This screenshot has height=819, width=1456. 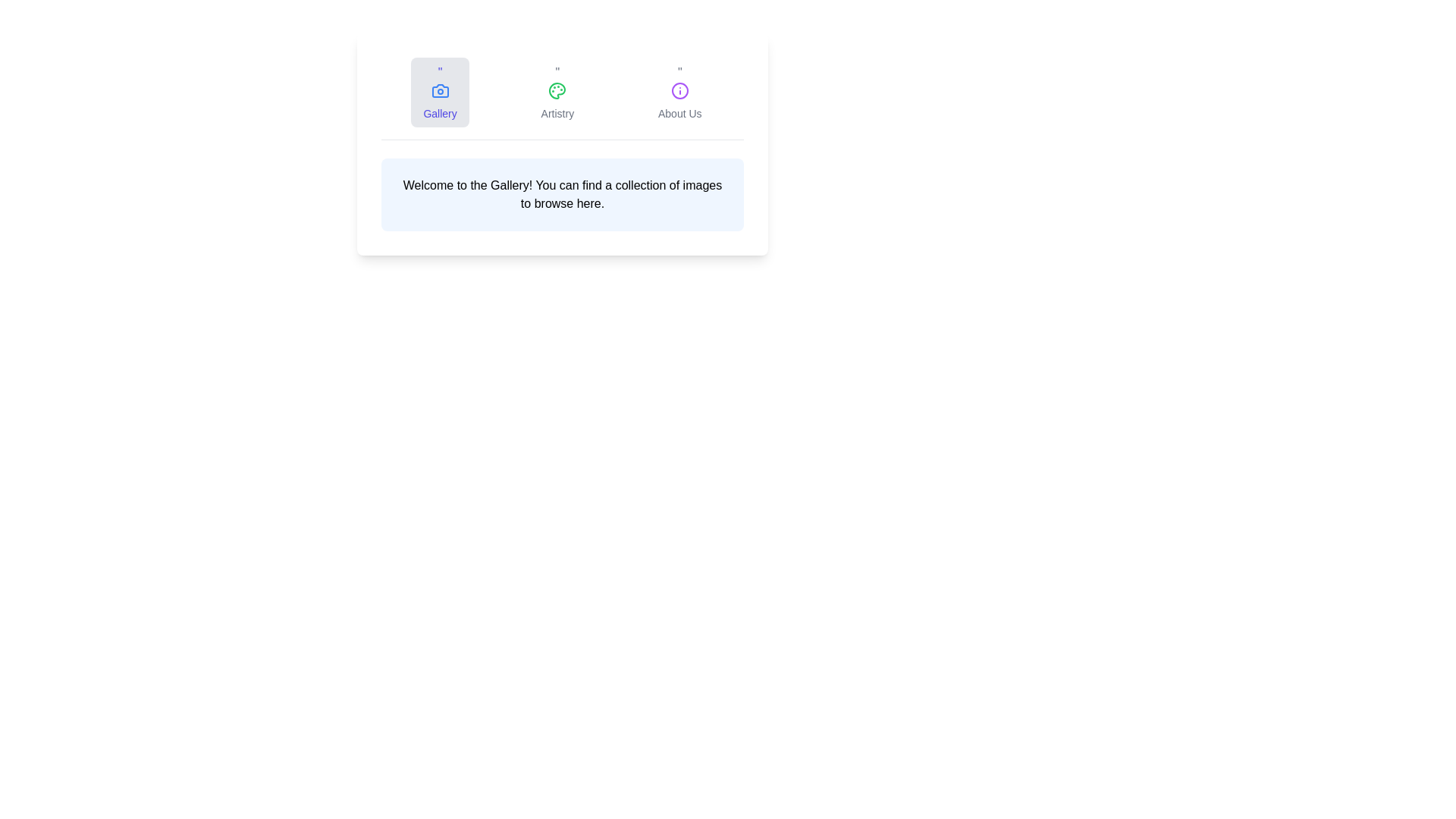 What do you see at coordinates (439, 93) in the screenshot?
I see `the tab button labeled Gallery to observe the hover effect` at bounding box center [439, 93].